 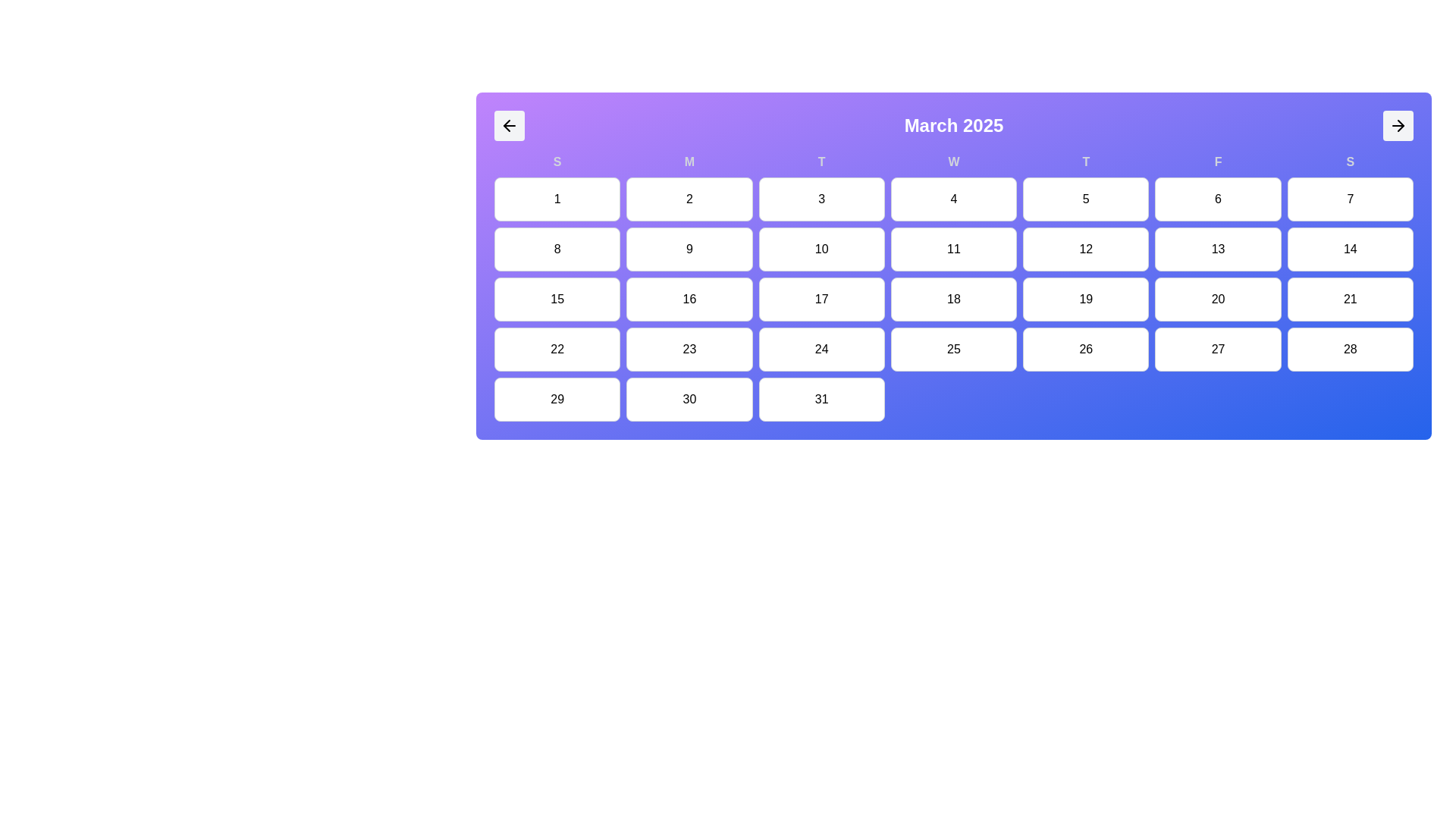 I want to click on the clickable calendar day cell representing the date '22' located in the fourth row and first column of the calendar grid, so click(x=557, y=350).